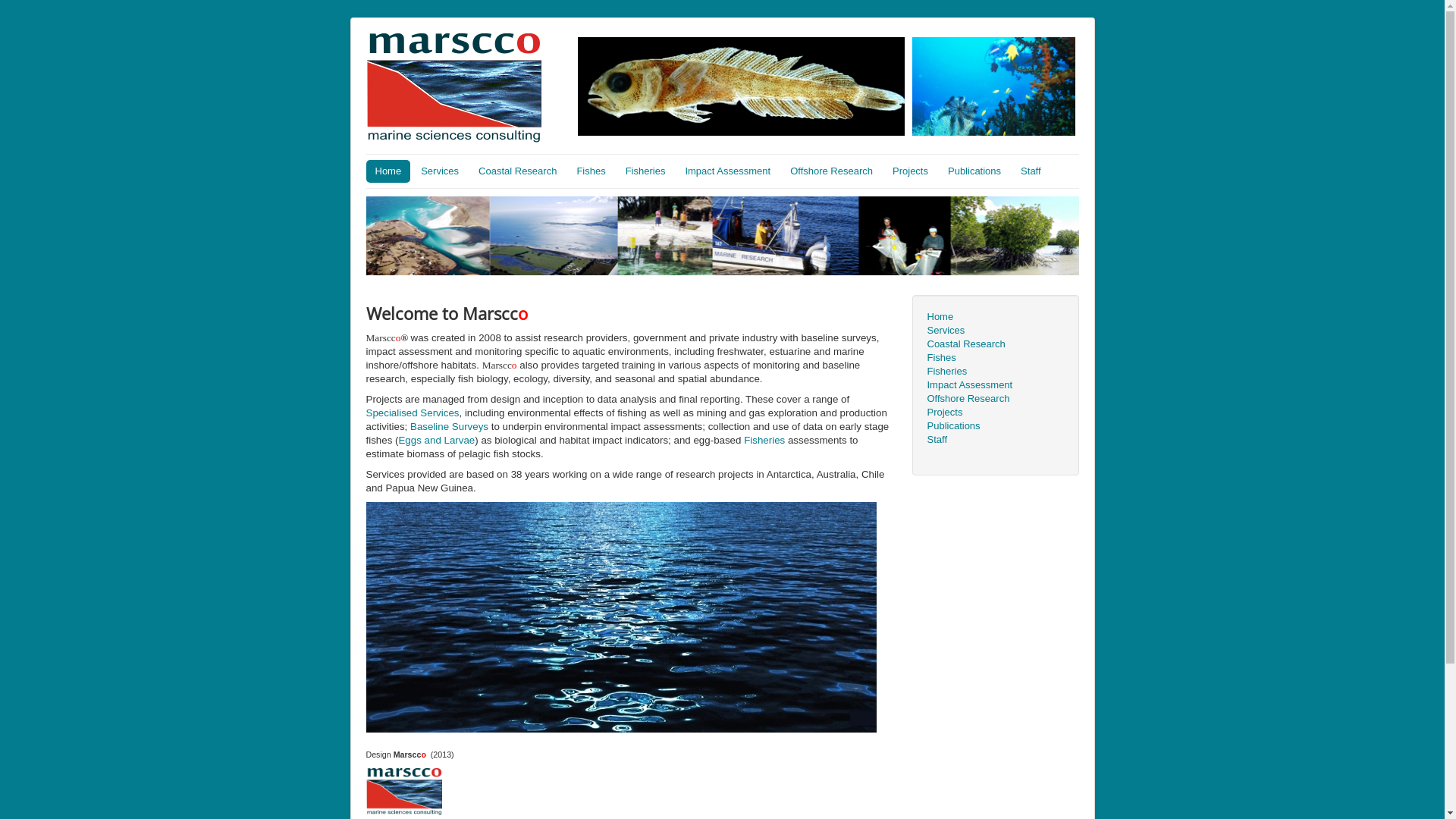  What do you see at coordinates (994, 344) in the screenshot?
I see `'Coastal Research'` at bounding box center [994, 344].